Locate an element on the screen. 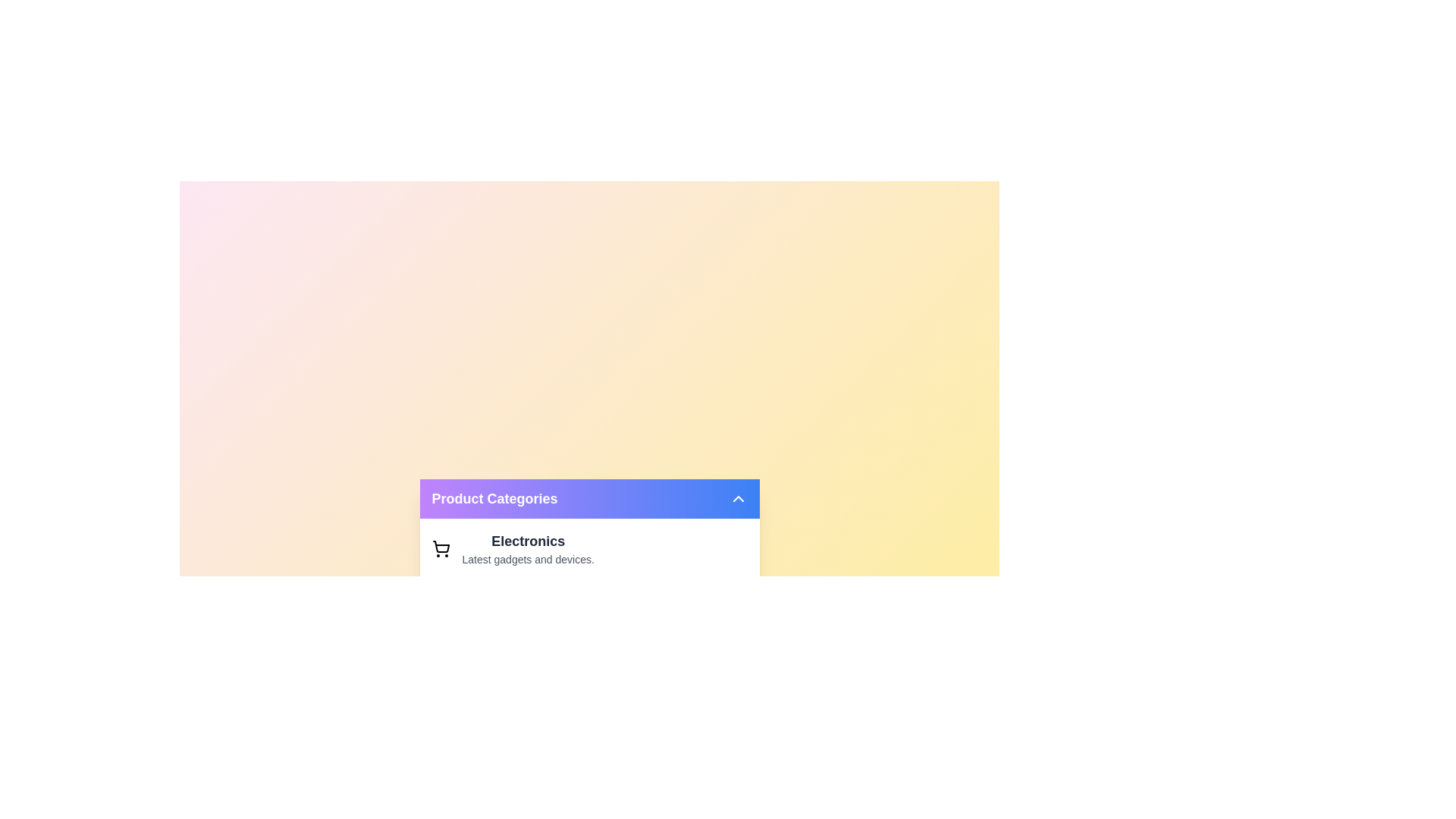 Image resolution: width=1456 pixels, height=819 pixels. the product category item Electronics to observe hover effects is located at coordinates (440, 549).